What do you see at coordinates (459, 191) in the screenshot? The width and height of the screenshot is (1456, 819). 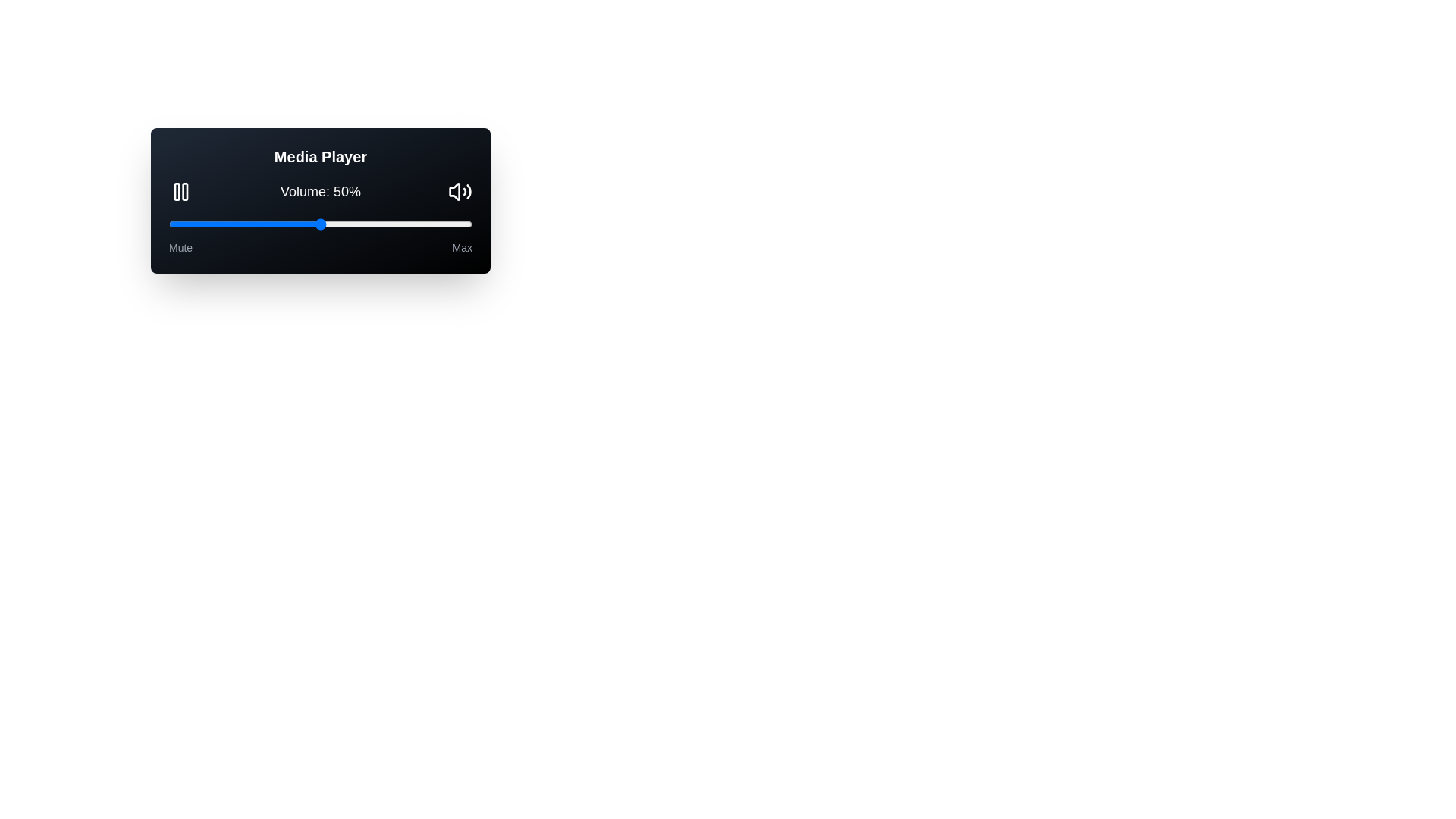 I see `the volume icon to toggle mute/unmute` at bounding box center [459, 191].